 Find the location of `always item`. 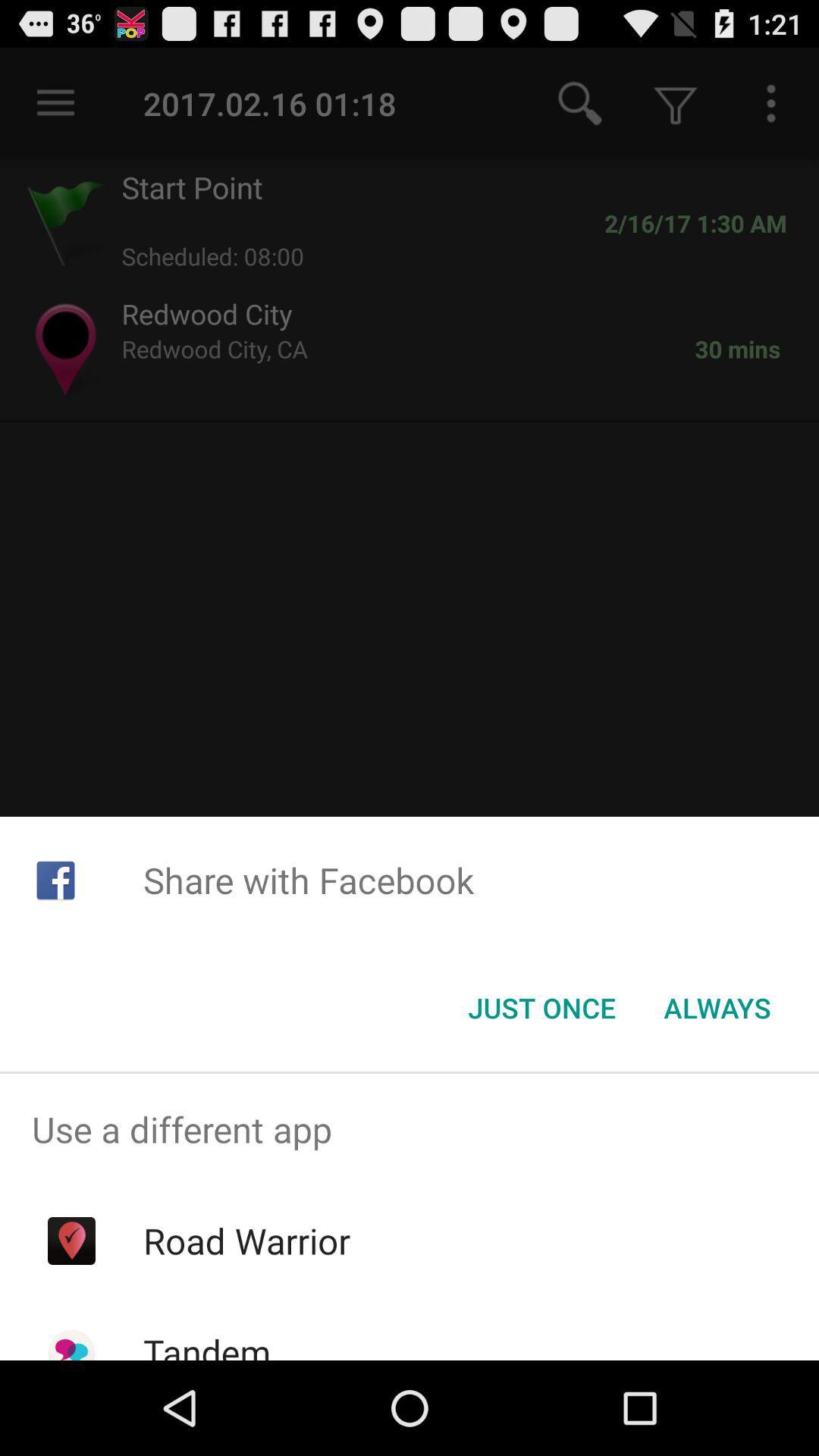

always item is located at coordinates (717, 1008).